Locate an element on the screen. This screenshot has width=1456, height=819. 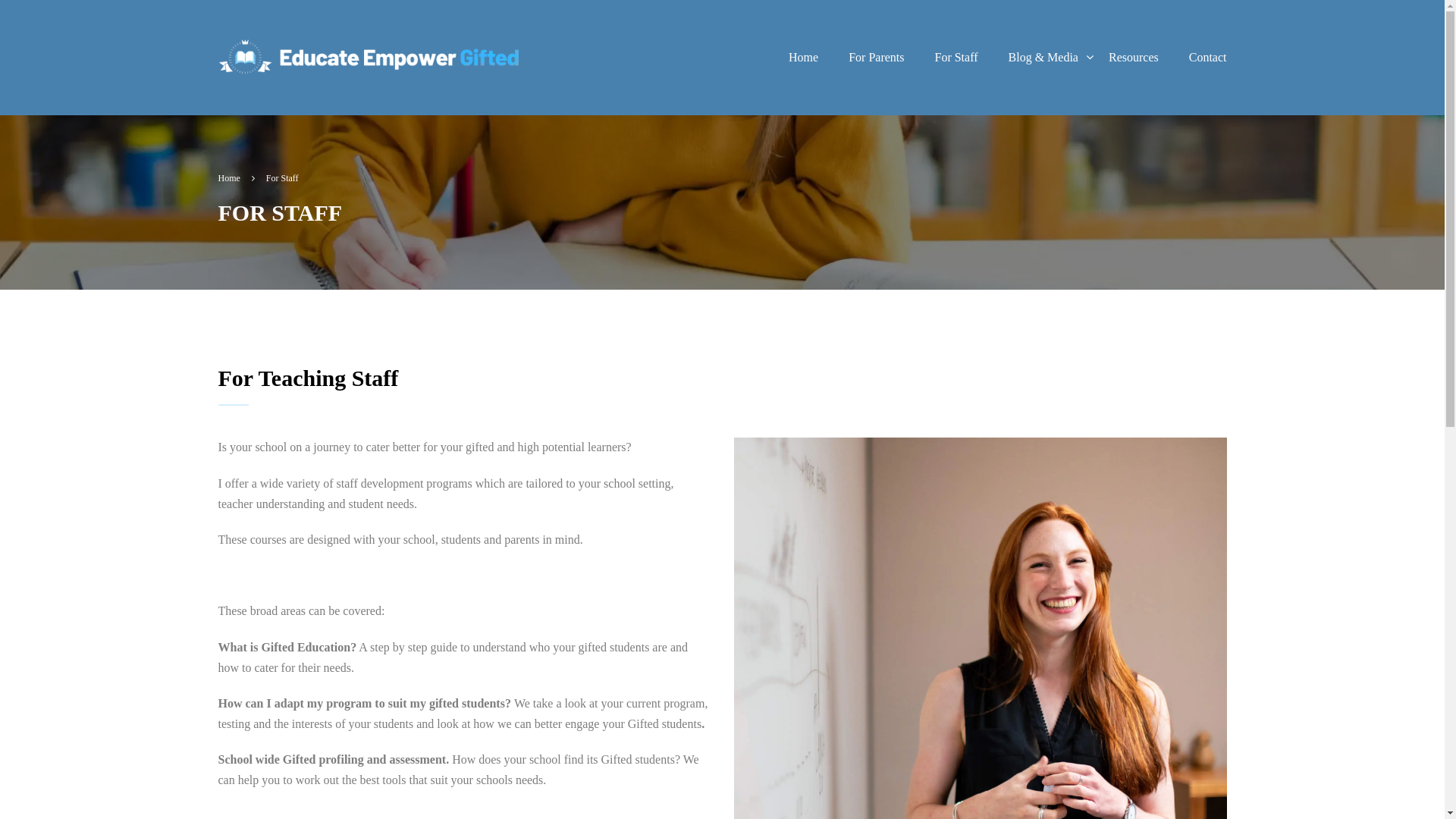
'For Staff' is located at coordinates (918, 57).